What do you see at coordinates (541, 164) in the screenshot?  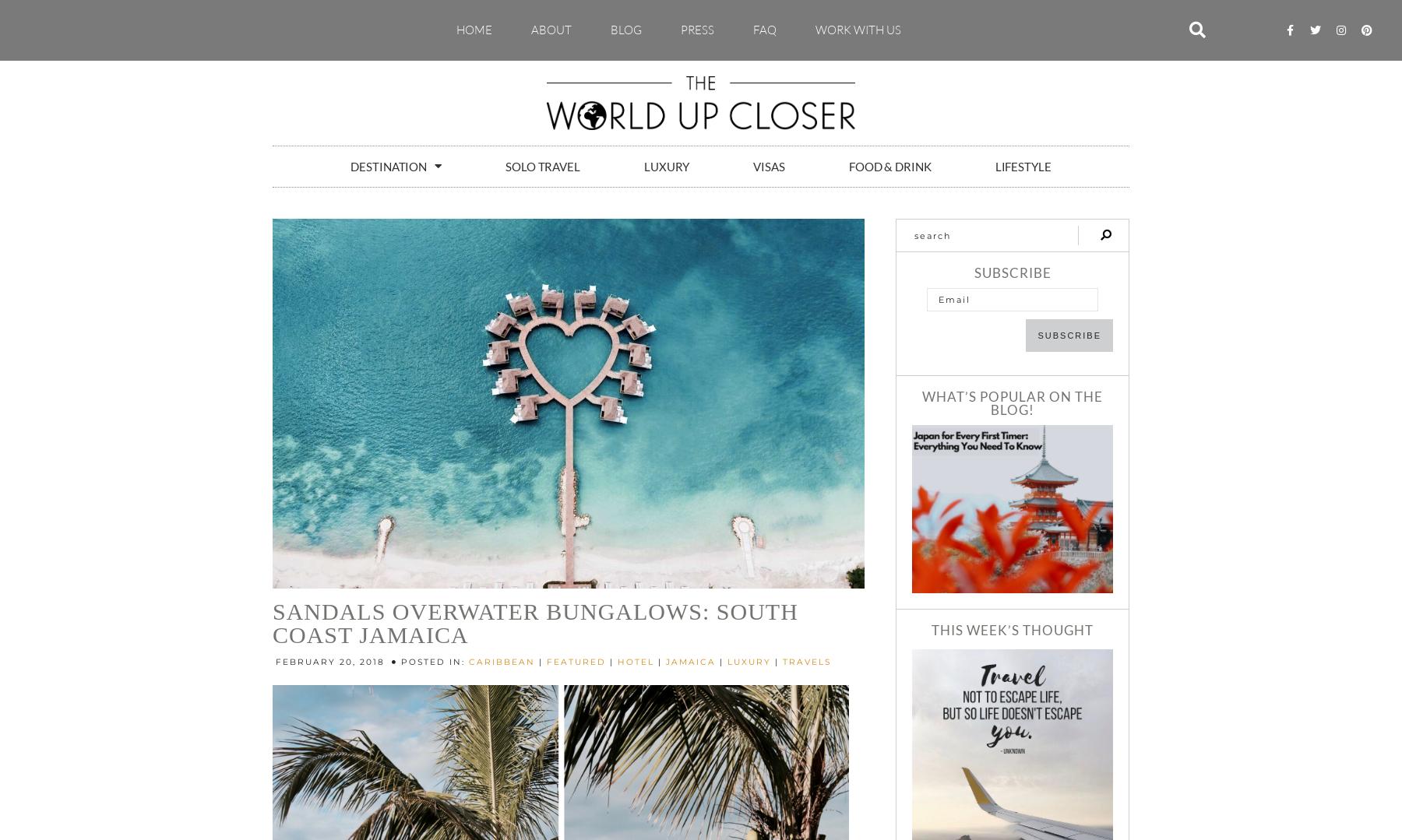 I see `'Solo Travel'` at bounding box center [541, 164].